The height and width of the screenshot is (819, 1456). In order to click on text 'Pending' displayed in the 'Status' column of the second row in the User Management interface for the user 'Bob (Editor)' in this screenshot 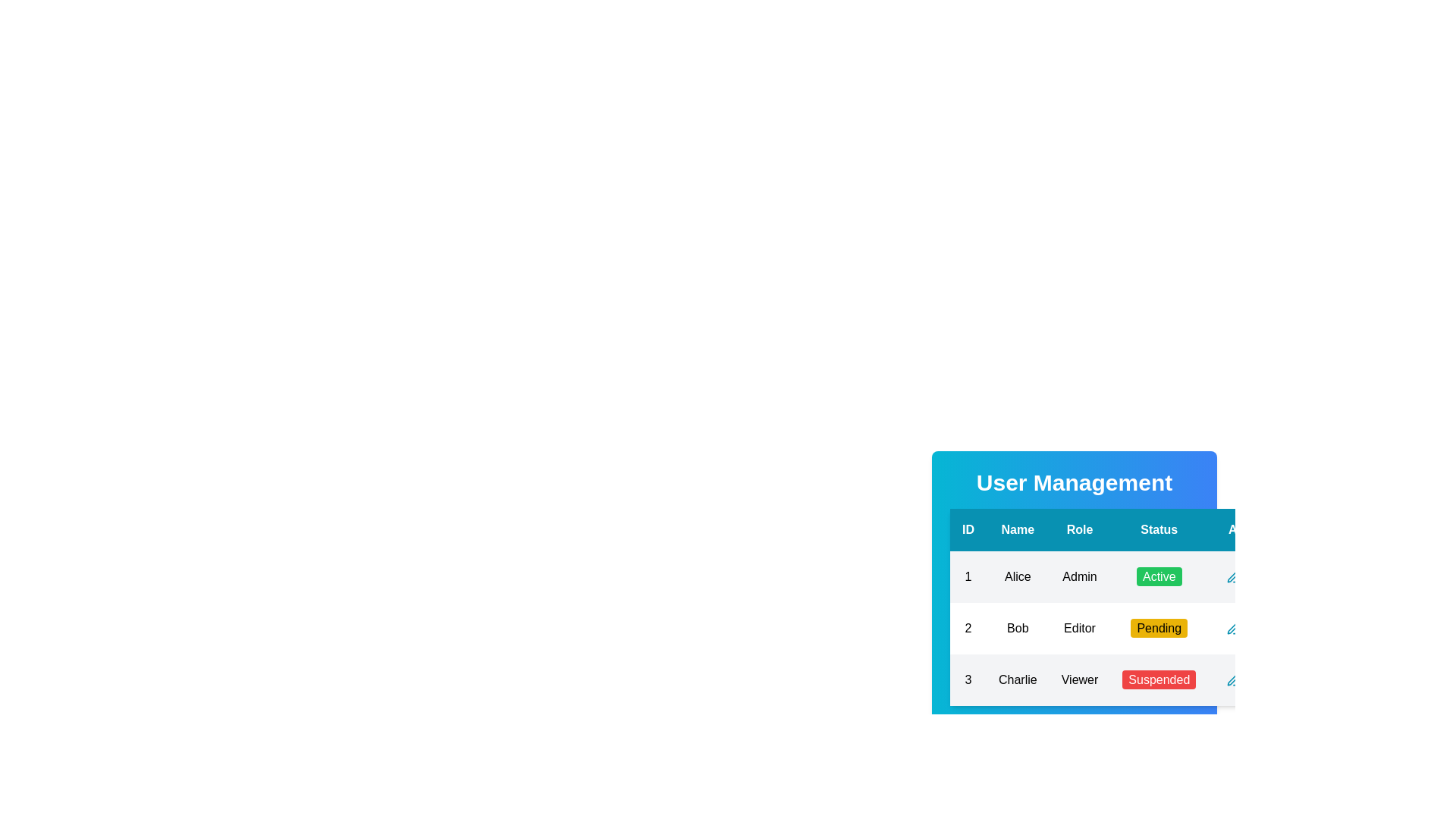, I will do `click(1158, 628)`.